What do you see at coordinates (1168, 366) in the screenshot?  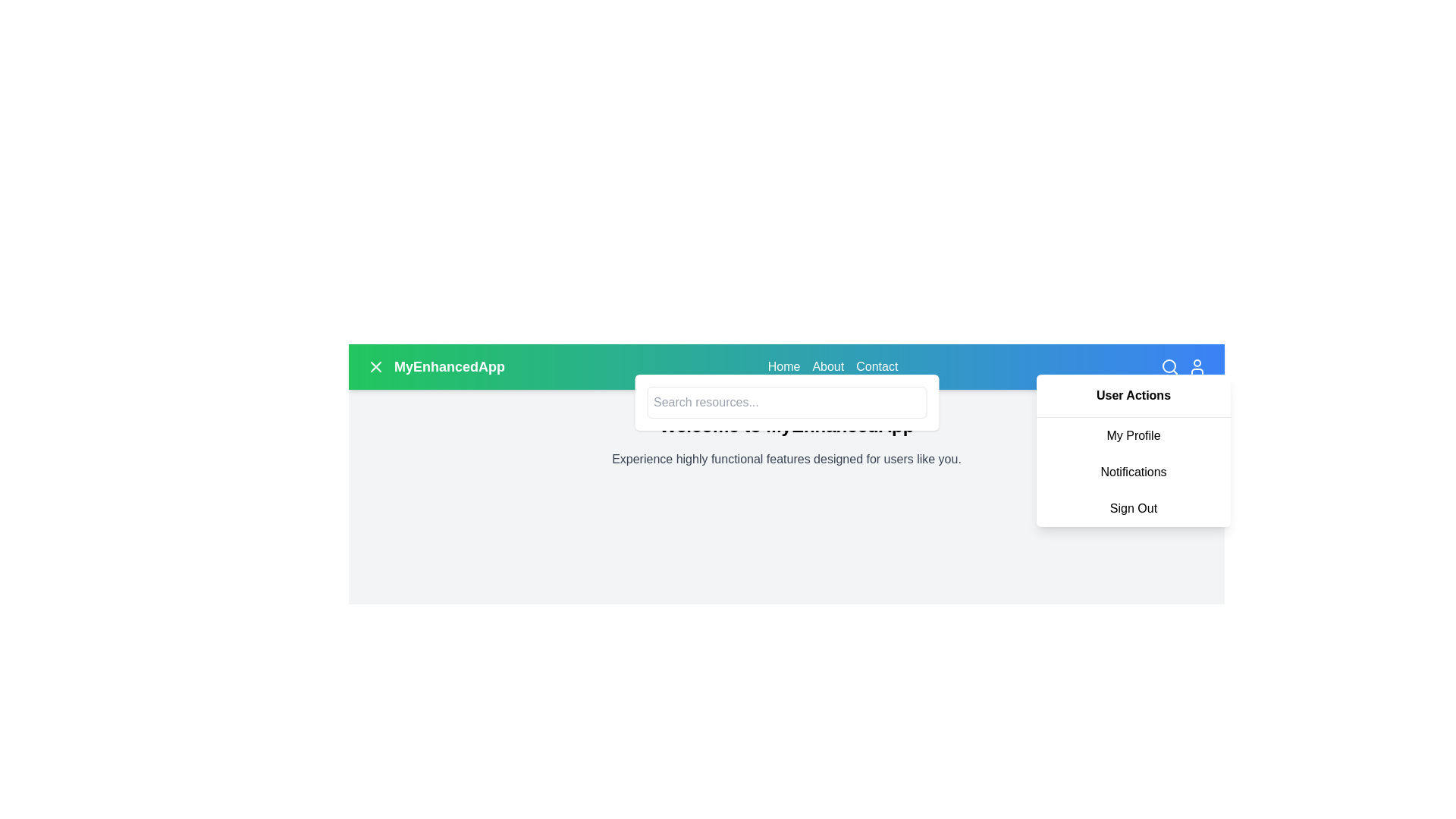 I see `the circular SVG element that represents a search icon located in the top-right corner of the interface` at bounding box center [1168, 366].